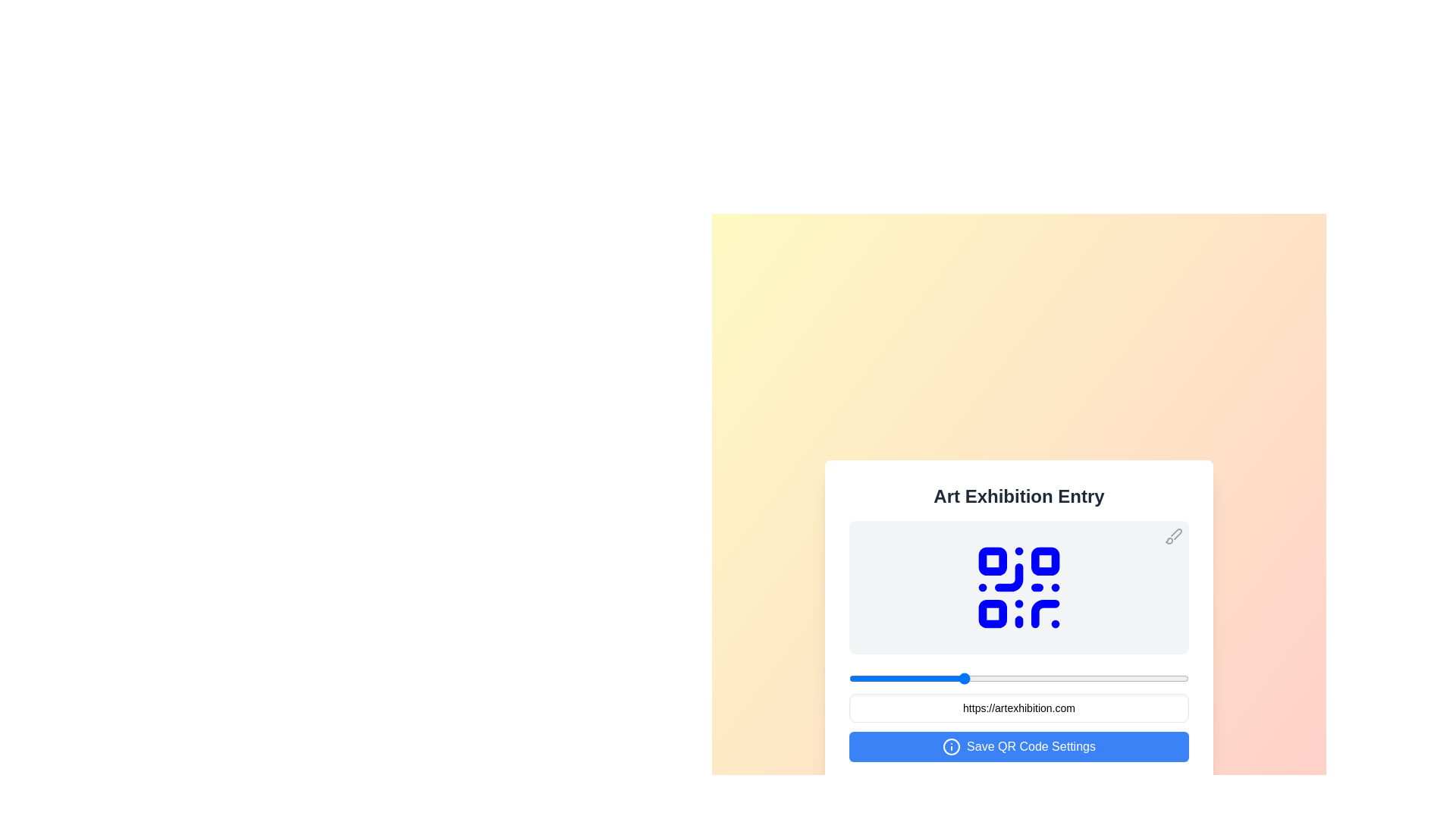  What do you see at coordinates (951, 745) in the screenshot?
I see `the circular icon within the button located near the bottom-left side of the rectangular panel, which serves as a visual representation for triggering an action` at bounding box center [951, 745].